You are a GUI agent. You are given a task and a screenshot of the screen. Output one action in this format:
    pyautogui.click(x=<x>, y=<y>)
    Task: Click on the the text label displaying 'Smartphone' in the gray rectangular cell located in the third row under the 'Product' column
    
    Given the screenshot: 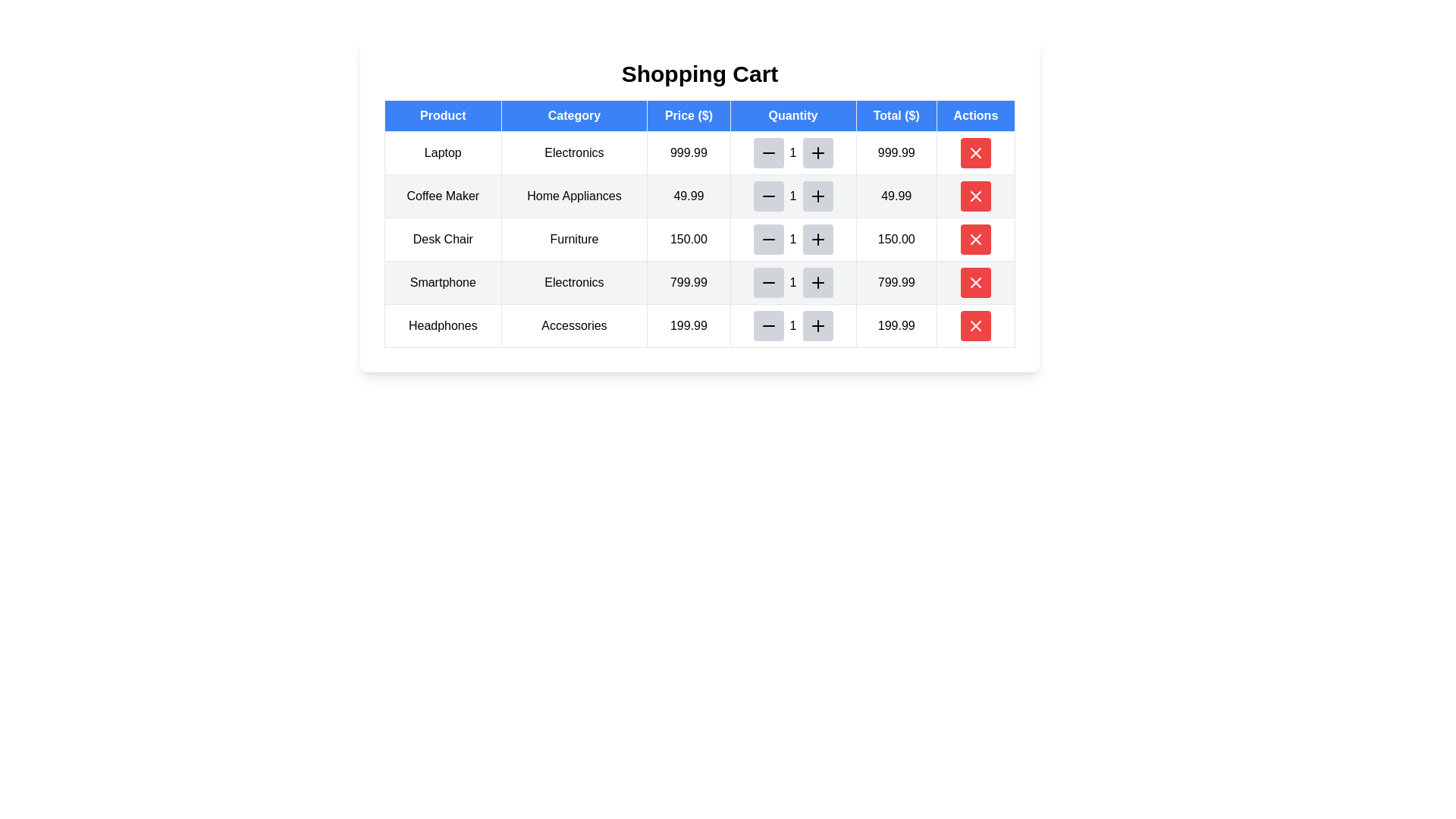 What is the action you would take?
    pyautogui.click(x=442, y=283)
    